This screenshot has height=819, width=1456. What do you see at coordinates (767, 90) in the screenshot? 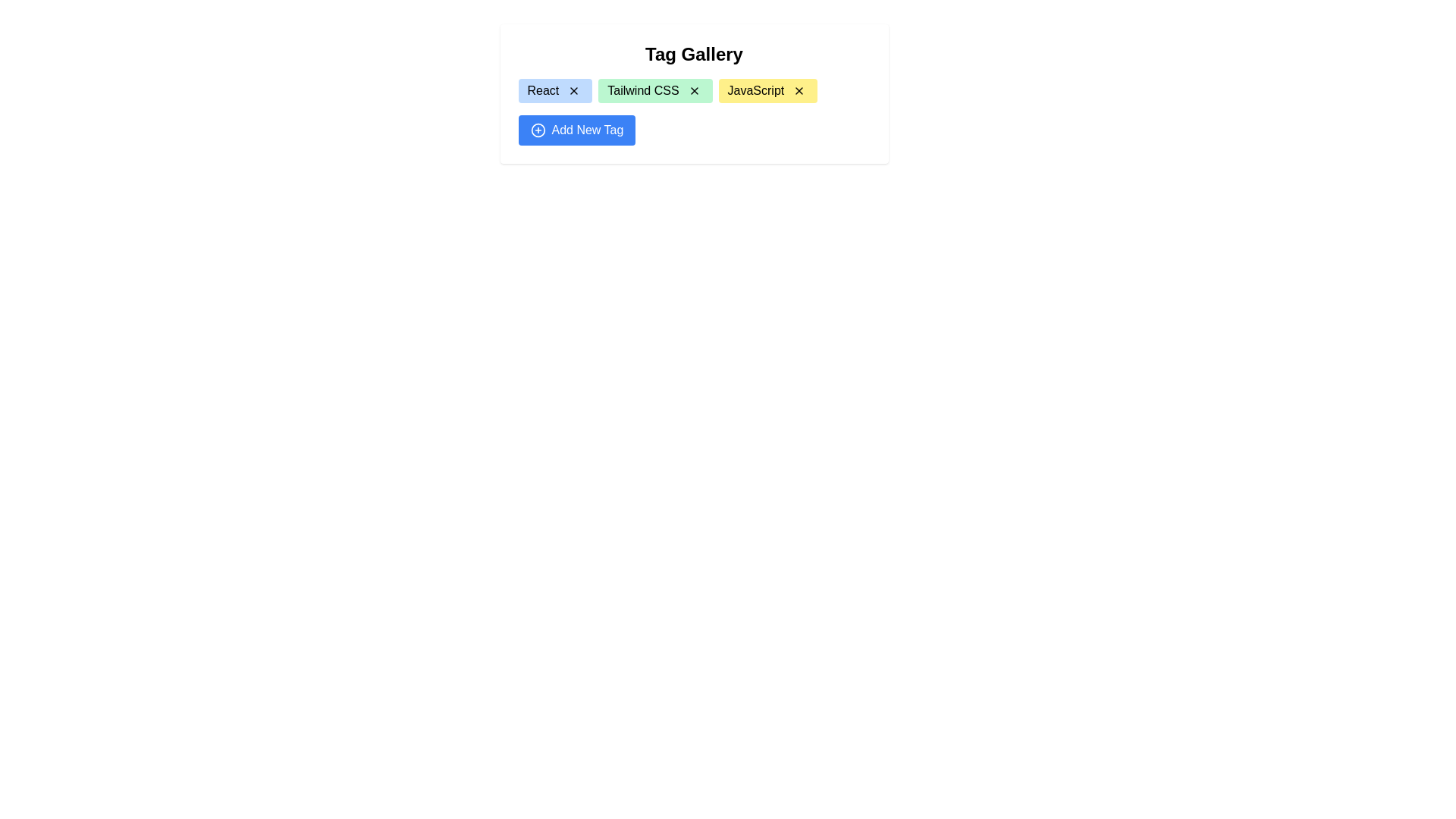
I see `the '×' icon on the 'JavaScript' tag` at bounding box center [767, 90].